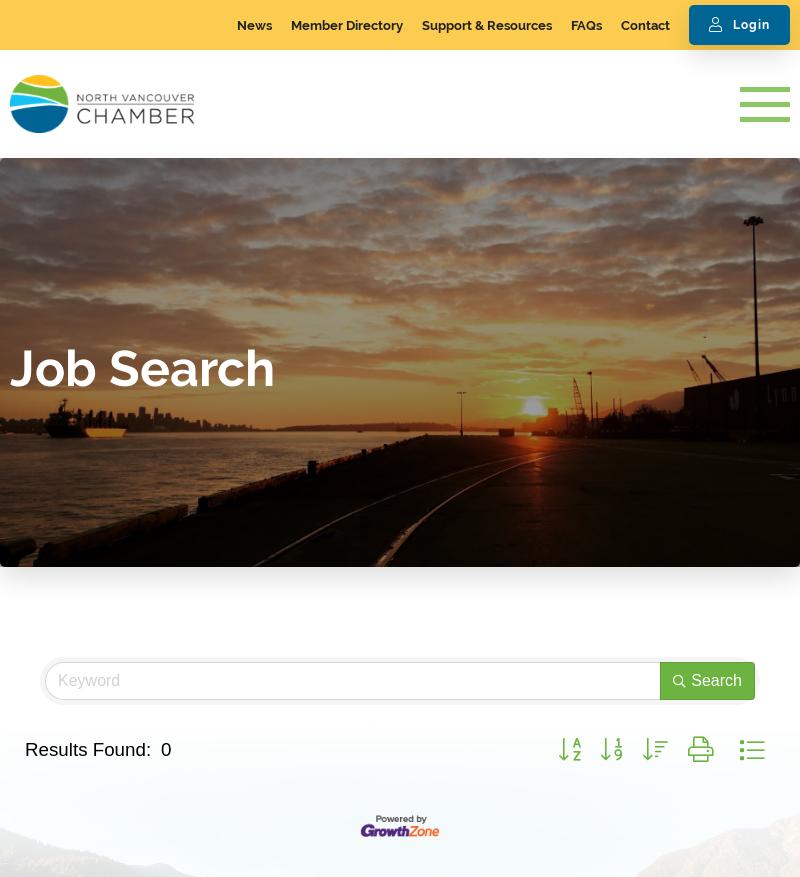 The height and width of the screenshot is (877, 800). What do you see at coordinates (235, 24) in the screenshot?
I see `'News'` at bounding box center [235, 24].